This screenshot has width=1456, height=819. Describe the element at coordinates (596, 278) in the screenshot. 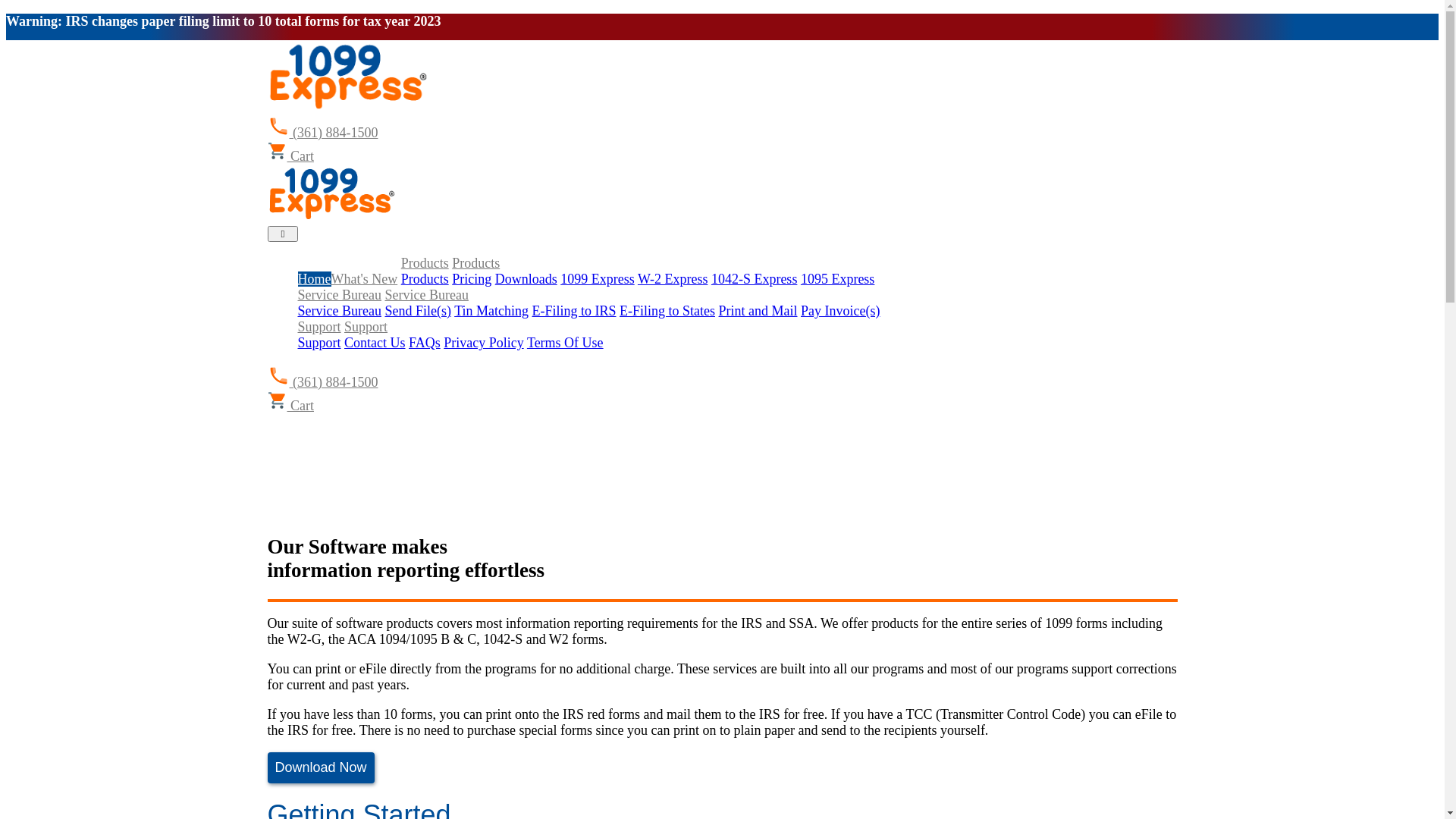

I see `'1099 Express'` at that location.